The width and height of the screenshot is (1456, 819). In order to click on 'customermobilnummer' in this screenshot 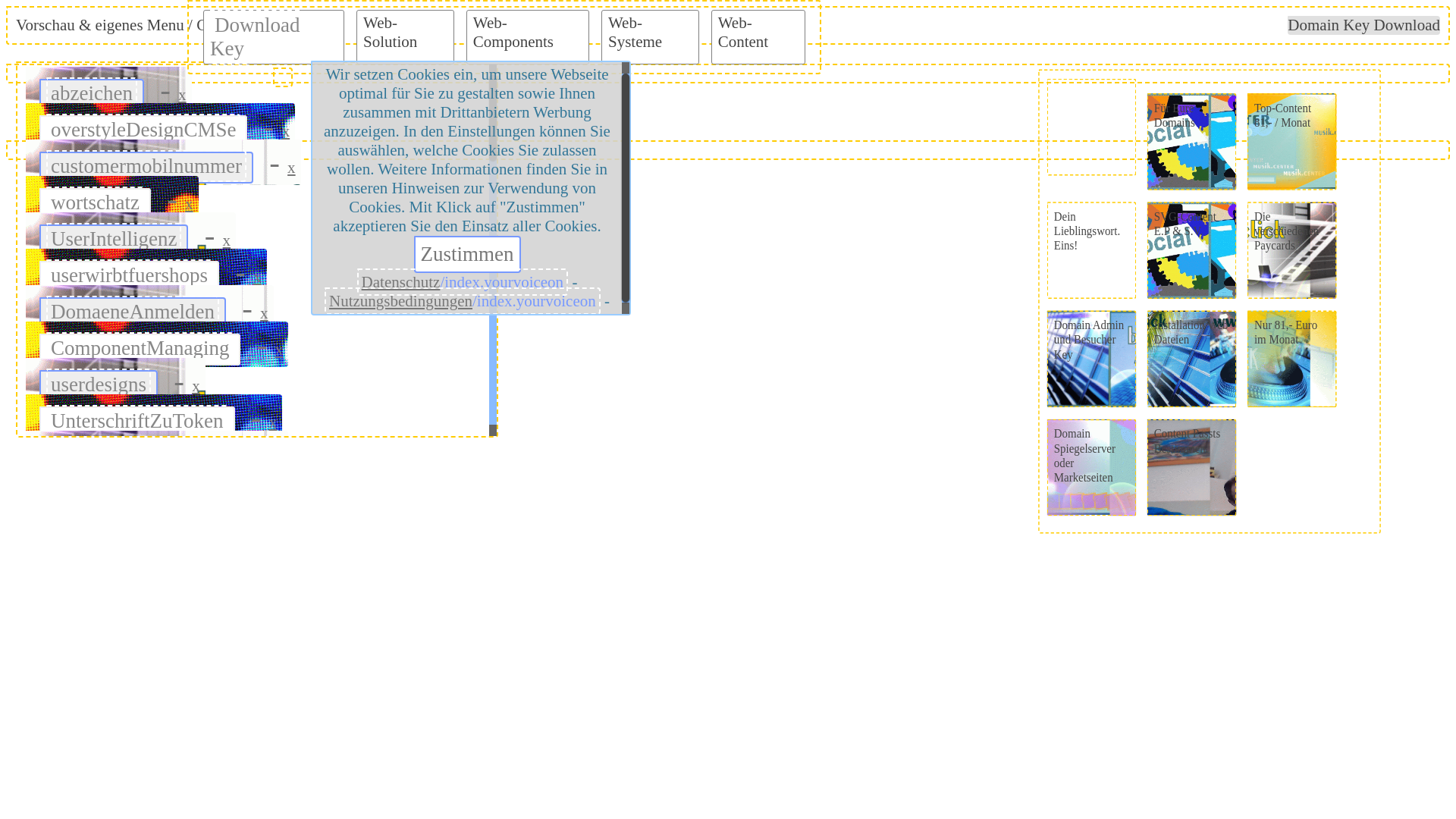, I will do `click(146, 166)`.